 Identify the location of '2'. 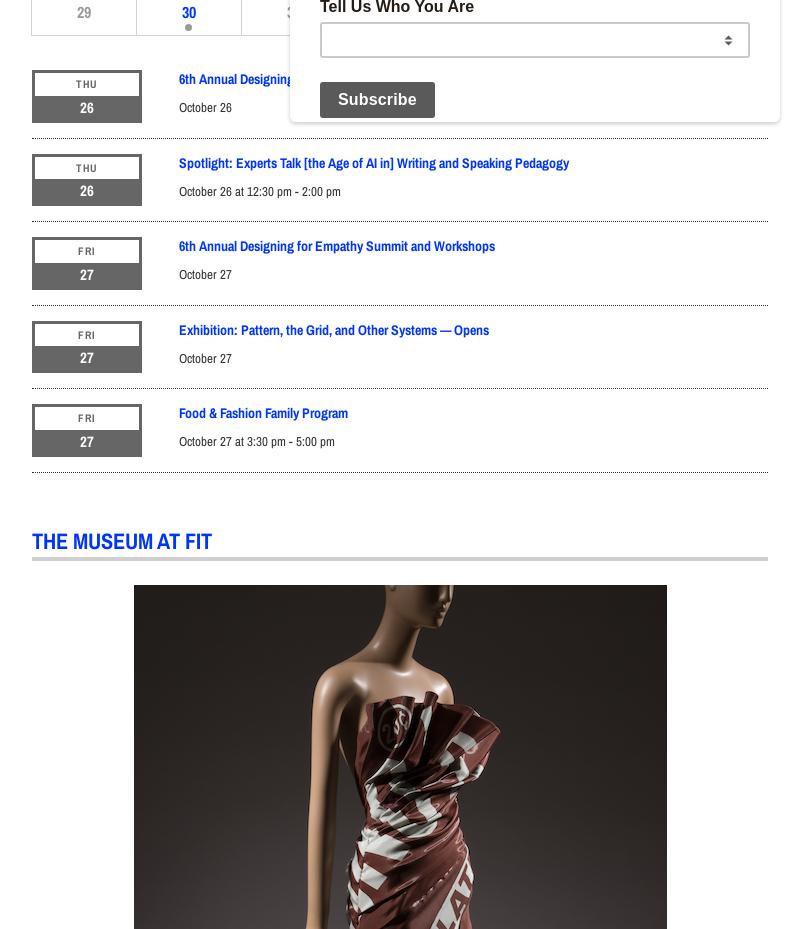
(502, 10).